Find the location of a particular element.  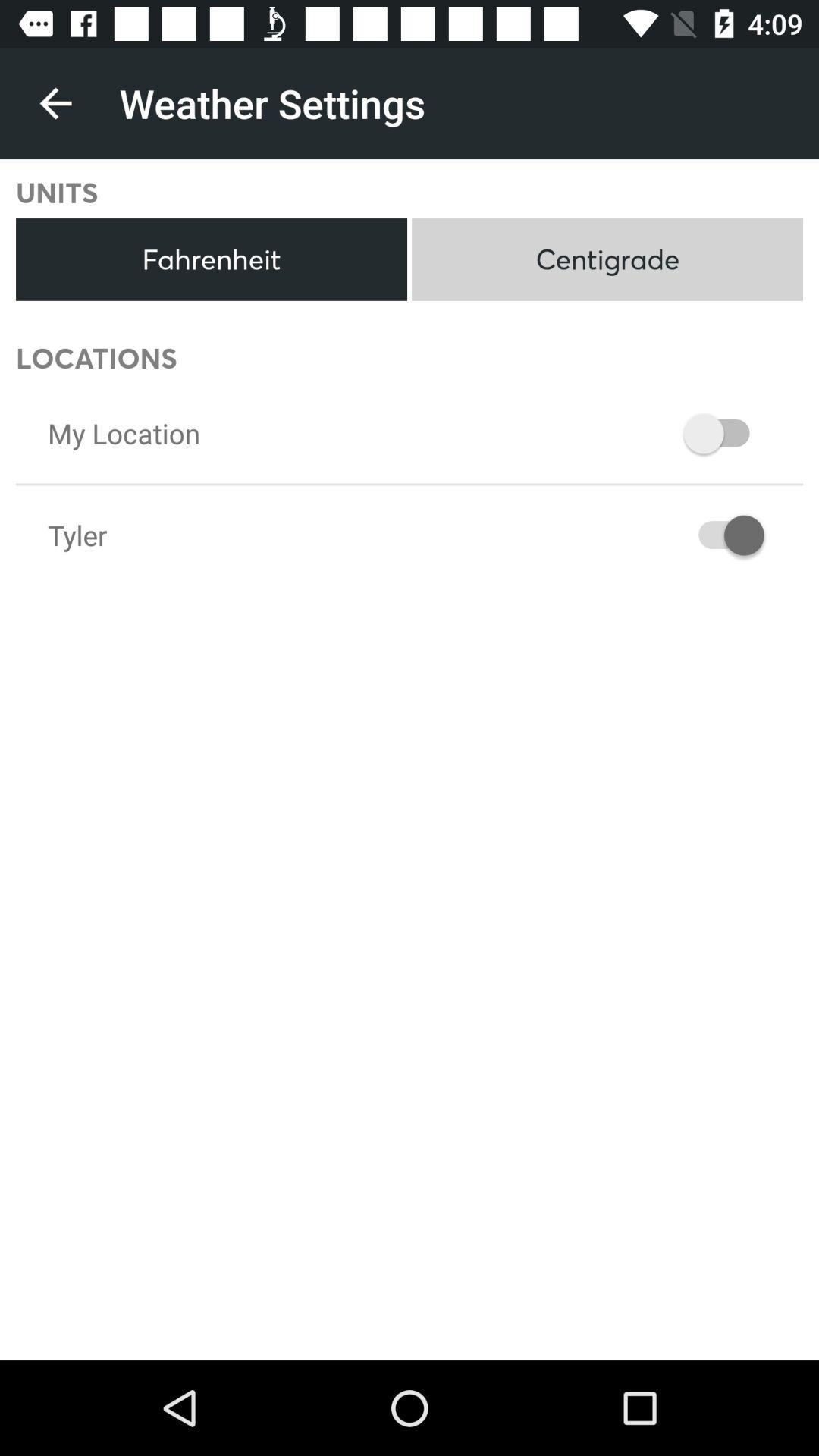

item above locations item is located at coordinates (211, 259).